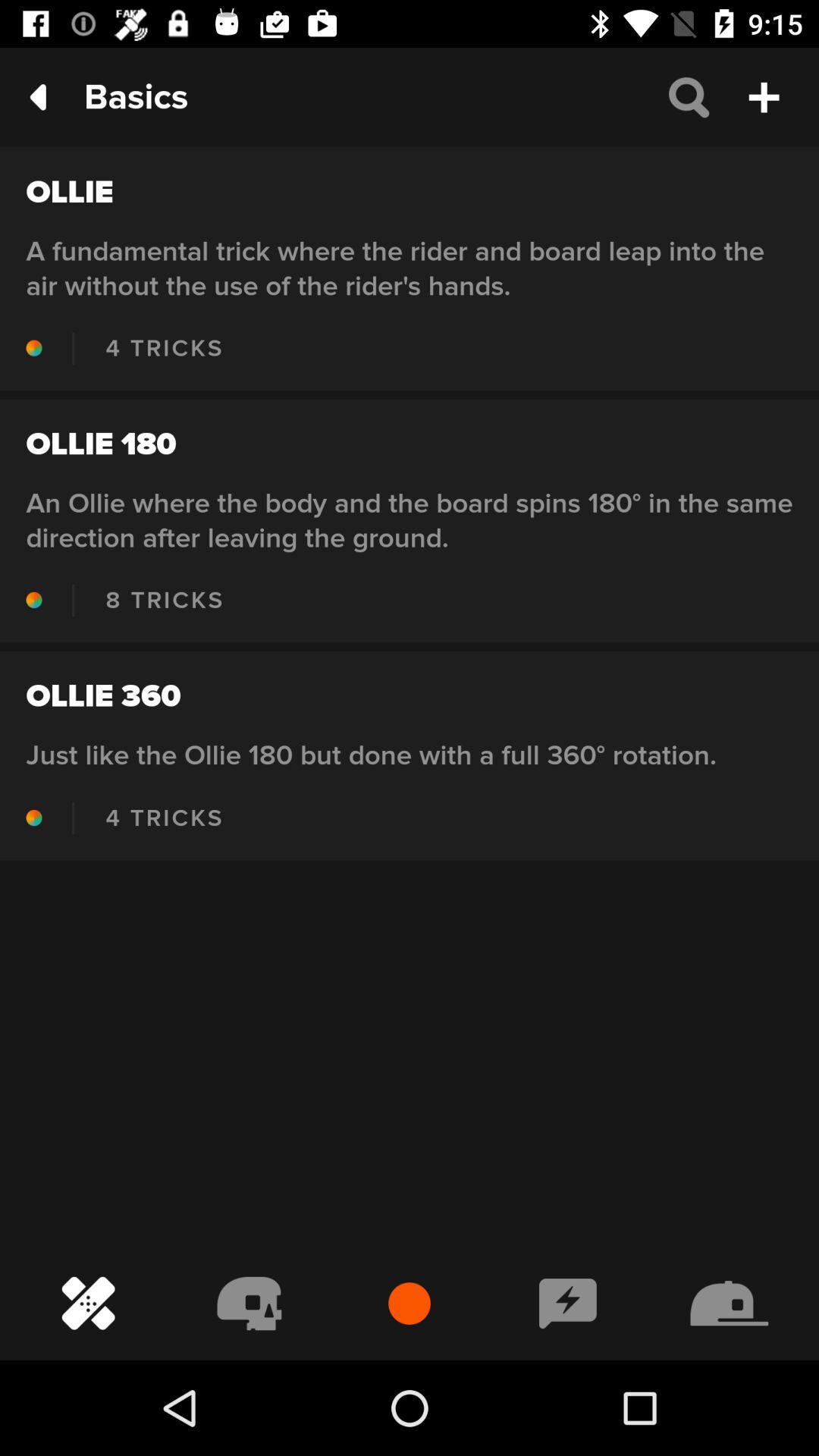 Image resolution: width=819 pixels, height=1456 pixels. What do you see at coordinates (689, 96) in the screenshot?
I see `the search icon` at bounding box center [689, 96].